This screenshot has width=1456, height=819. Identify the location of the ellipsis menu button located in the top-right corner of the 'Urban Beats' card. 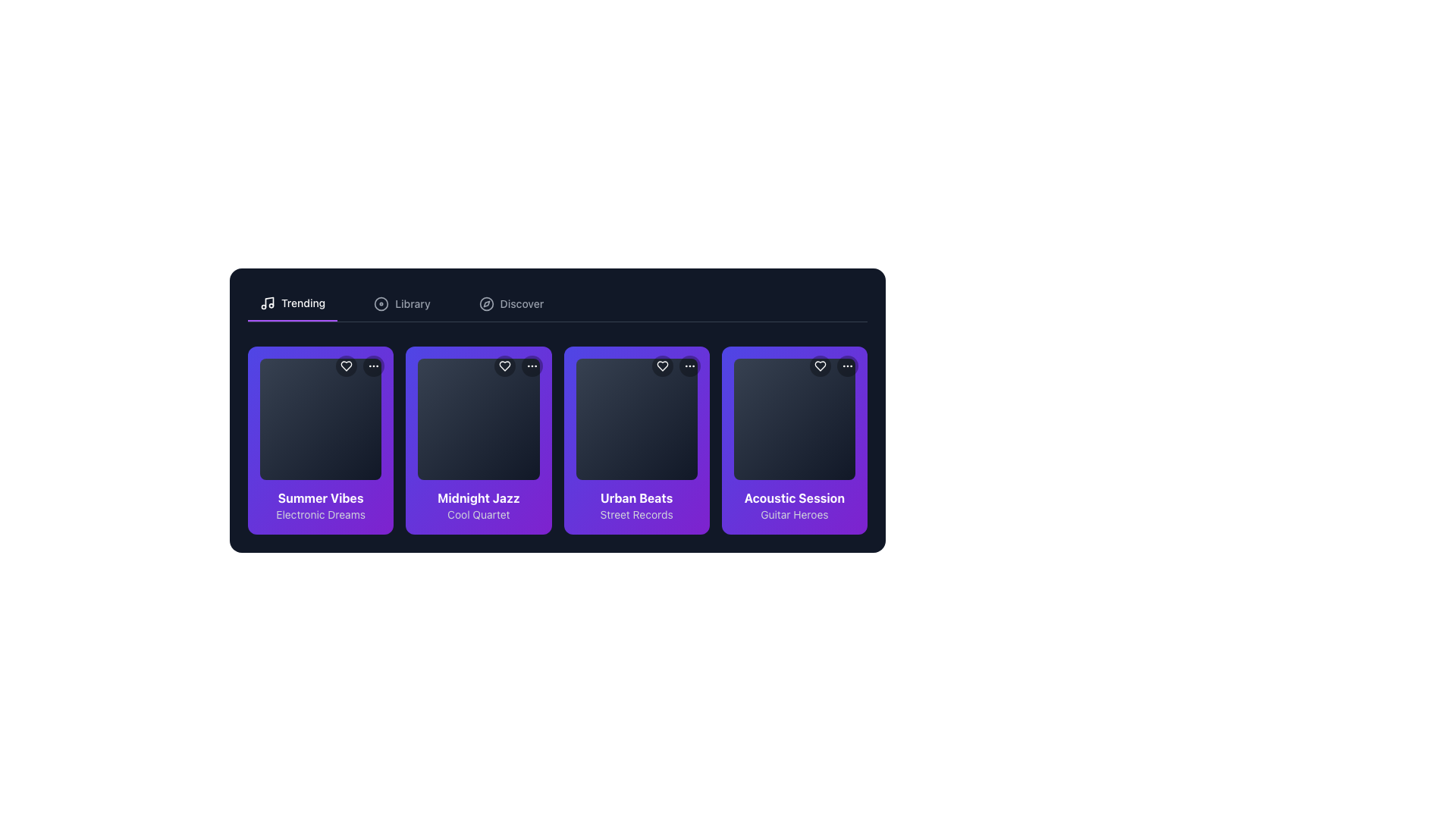
(689, 366).